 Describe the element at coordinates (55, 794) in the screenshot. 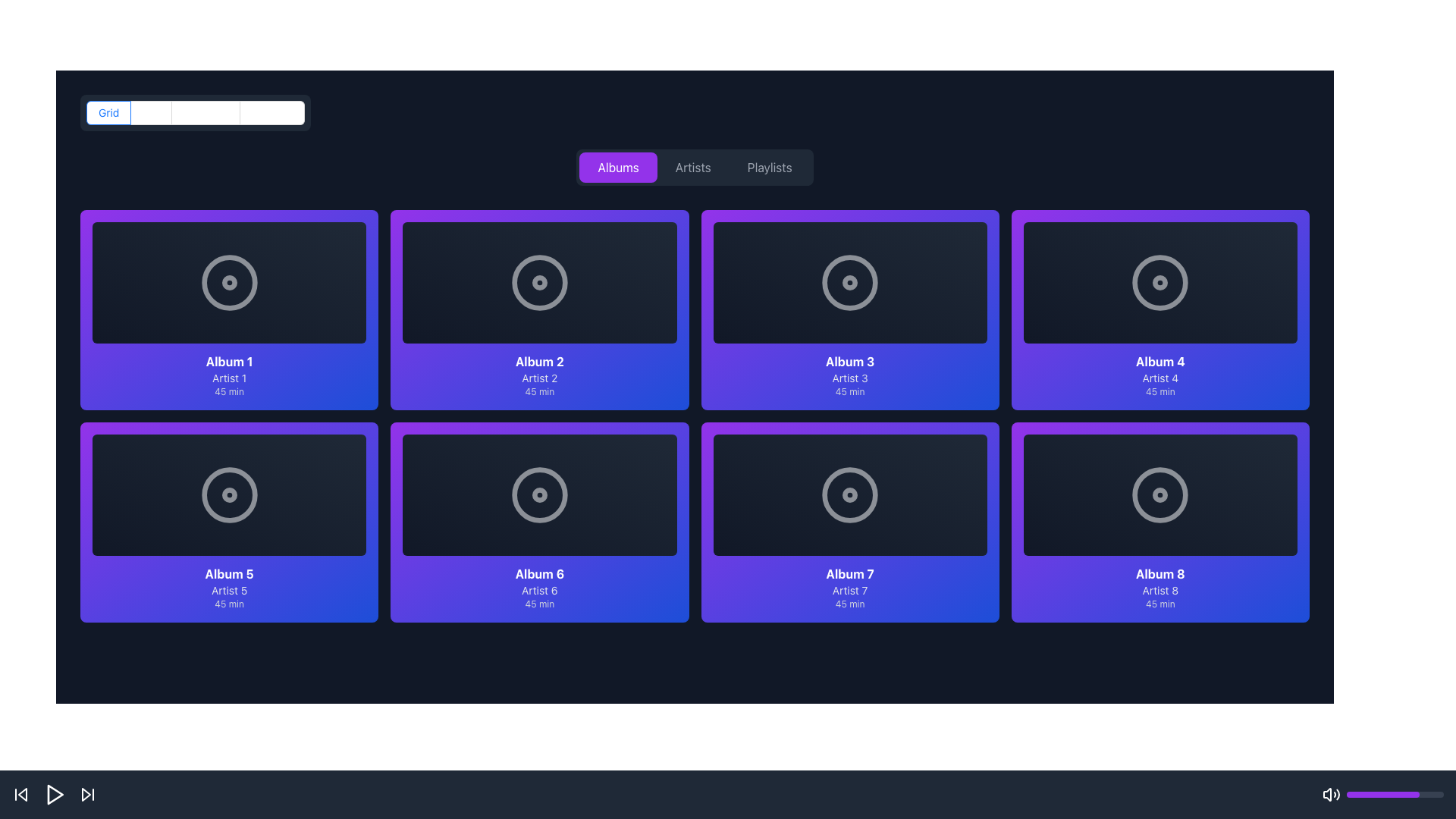

I see `the play button located at the bottom-left corner of the interface to change its color` at that location.